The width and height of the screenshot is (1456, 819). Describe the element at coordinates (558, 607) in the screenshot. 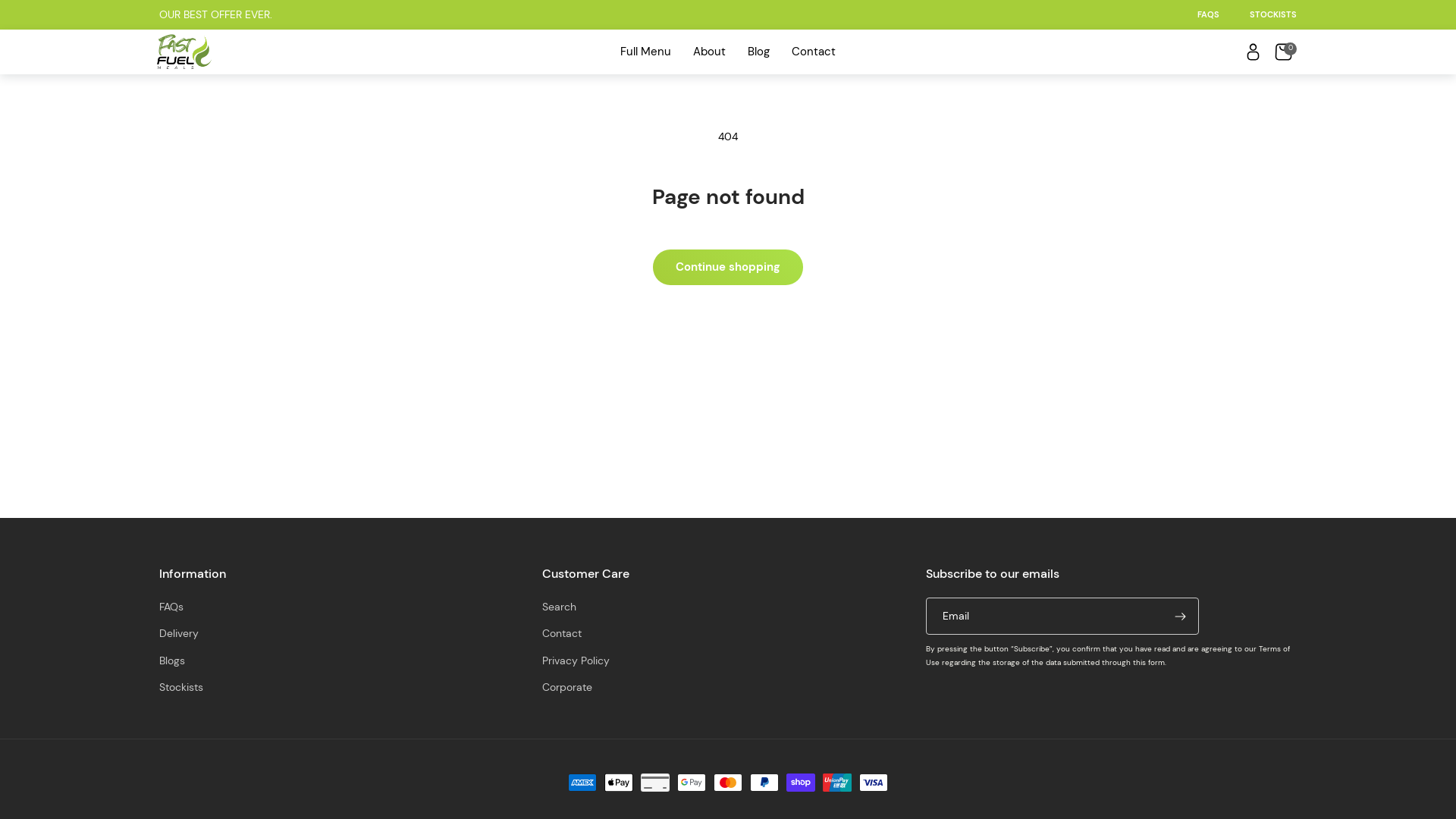

I see `'Search'` at that location.